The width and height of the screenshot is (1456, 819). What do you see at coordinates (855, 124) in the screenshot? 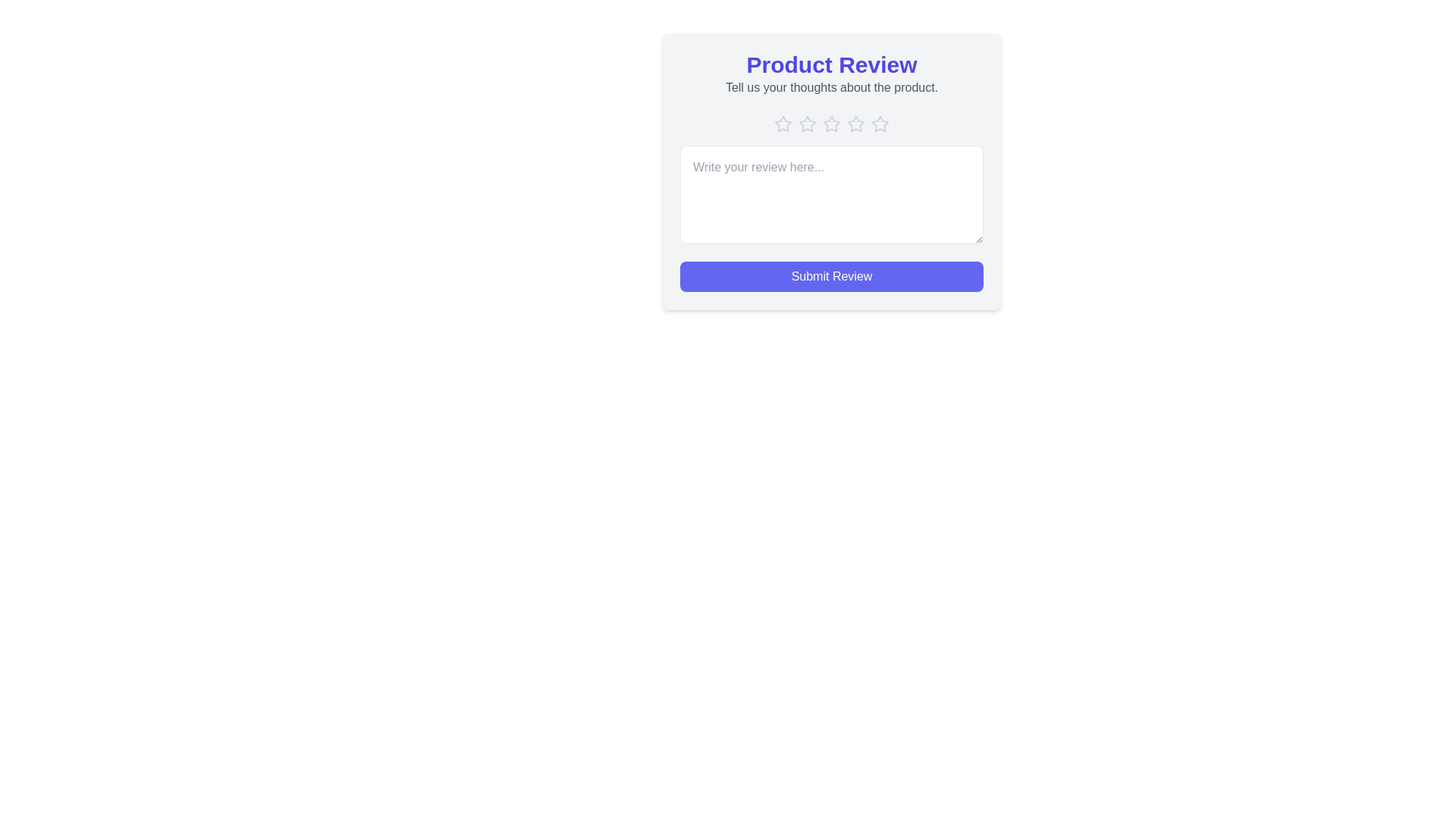
I see `the fourth star in the rating system` at bounding box center [855, 124].